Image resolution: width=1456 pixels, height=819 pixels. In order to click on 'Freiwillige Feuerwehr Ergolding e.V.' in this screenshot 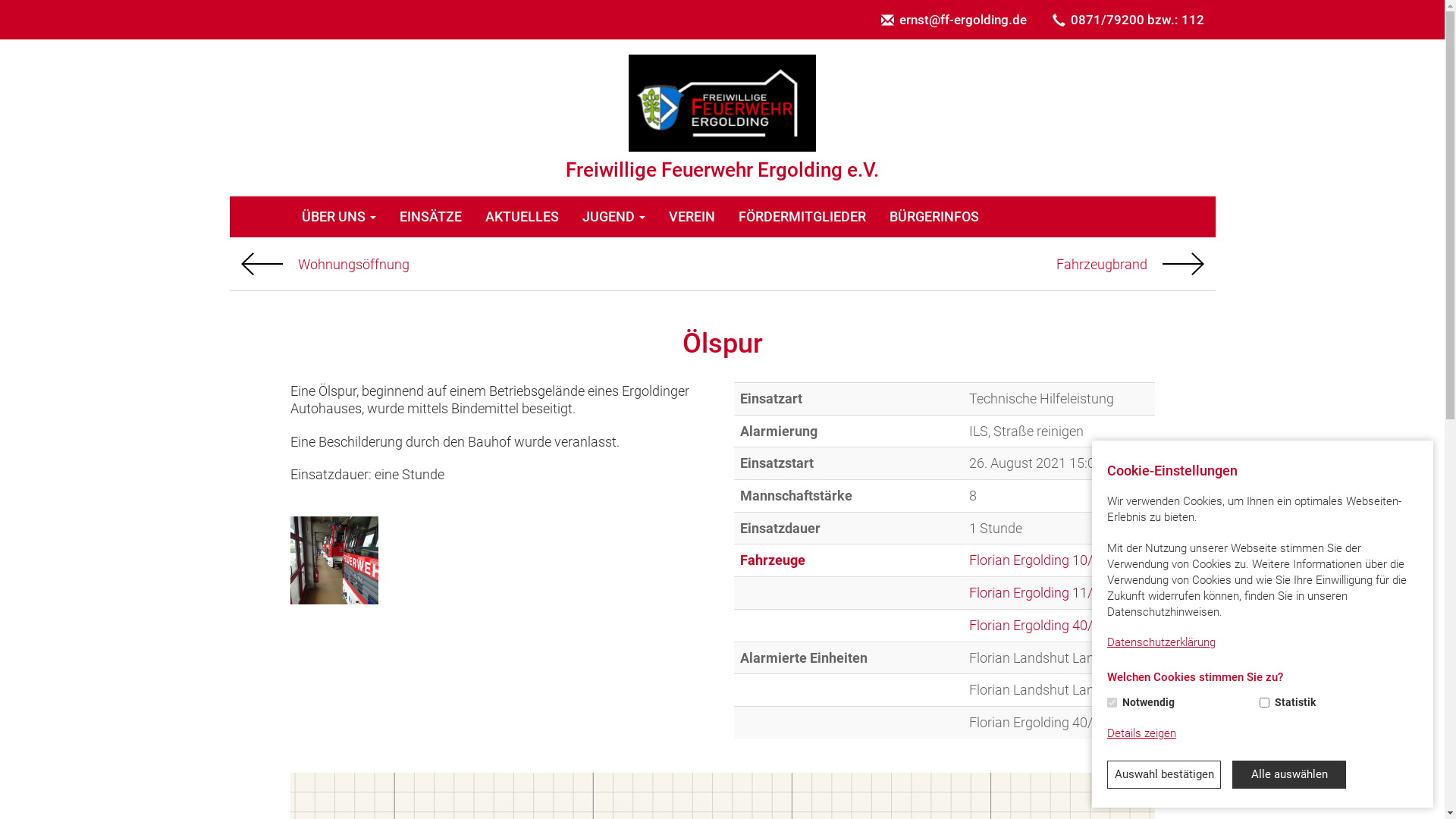, I will do `click(720, 117)`.